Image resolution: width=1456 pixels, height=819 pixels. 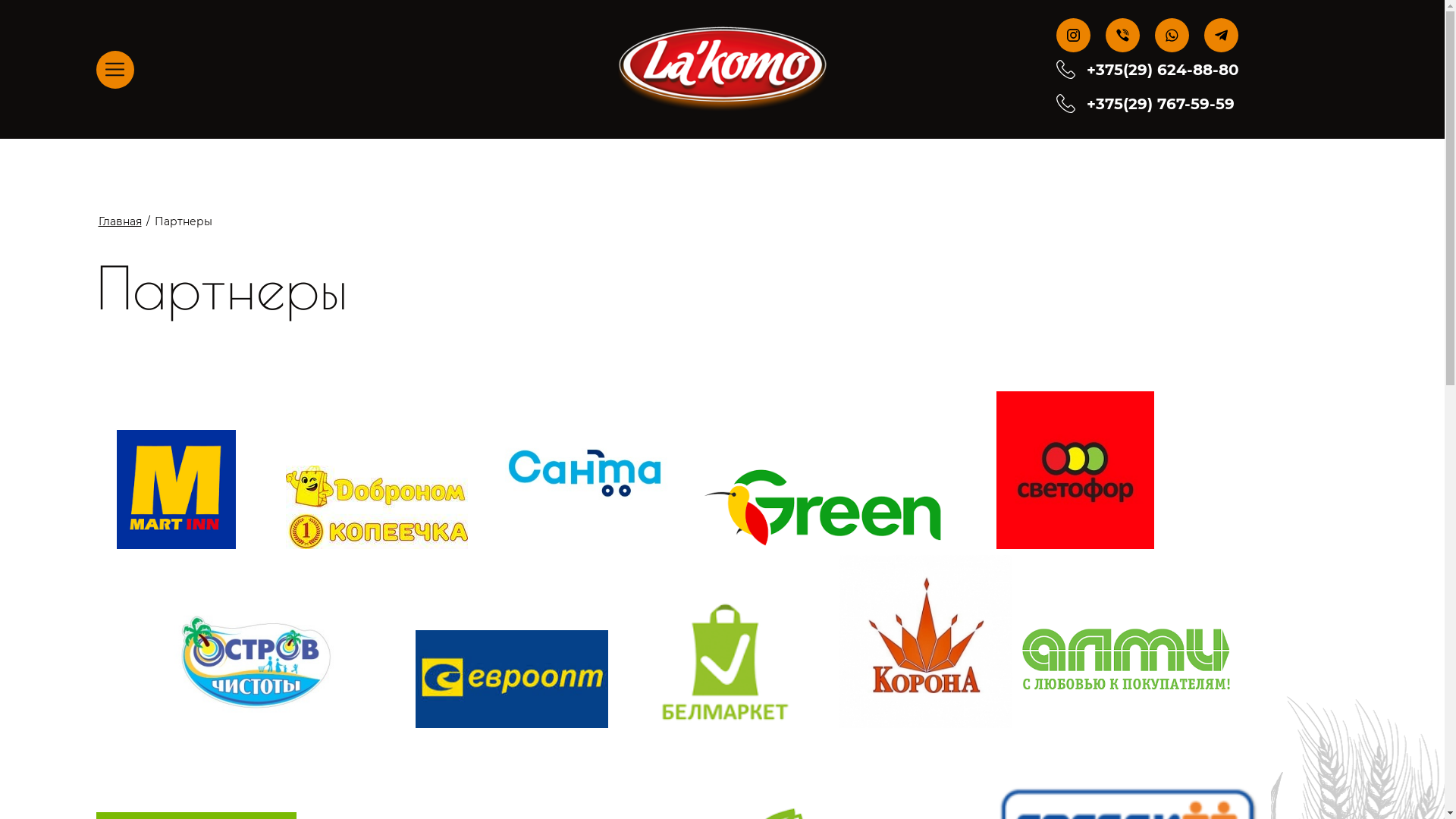 I want to click on '+375(29) 767-59-59', so click(x=1086, y=102).